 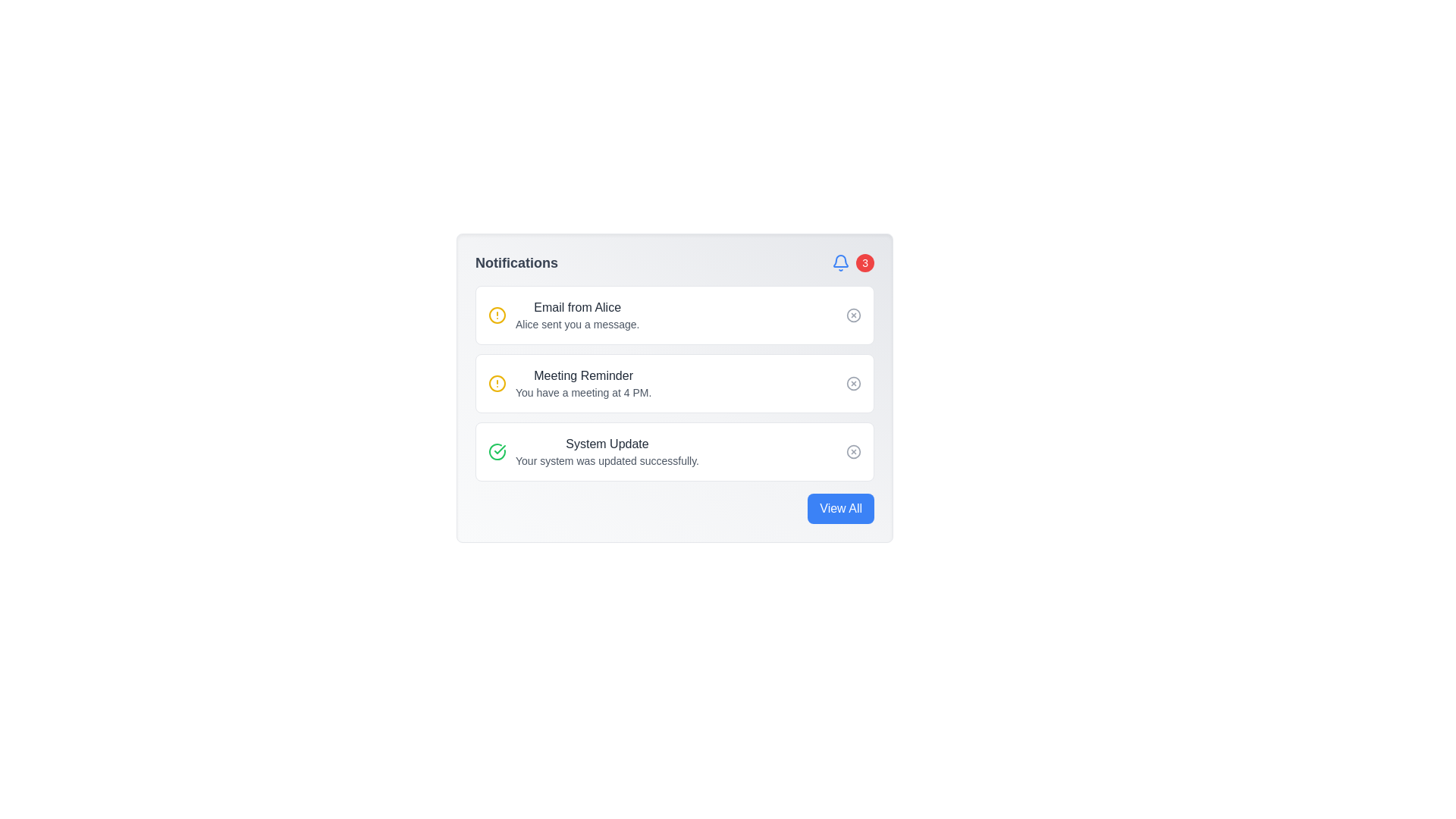 I want to click on the text label that serves as the title or header for a notification item, located in the middle notification block under the title 'Notifications', so click(x=582, y=375).